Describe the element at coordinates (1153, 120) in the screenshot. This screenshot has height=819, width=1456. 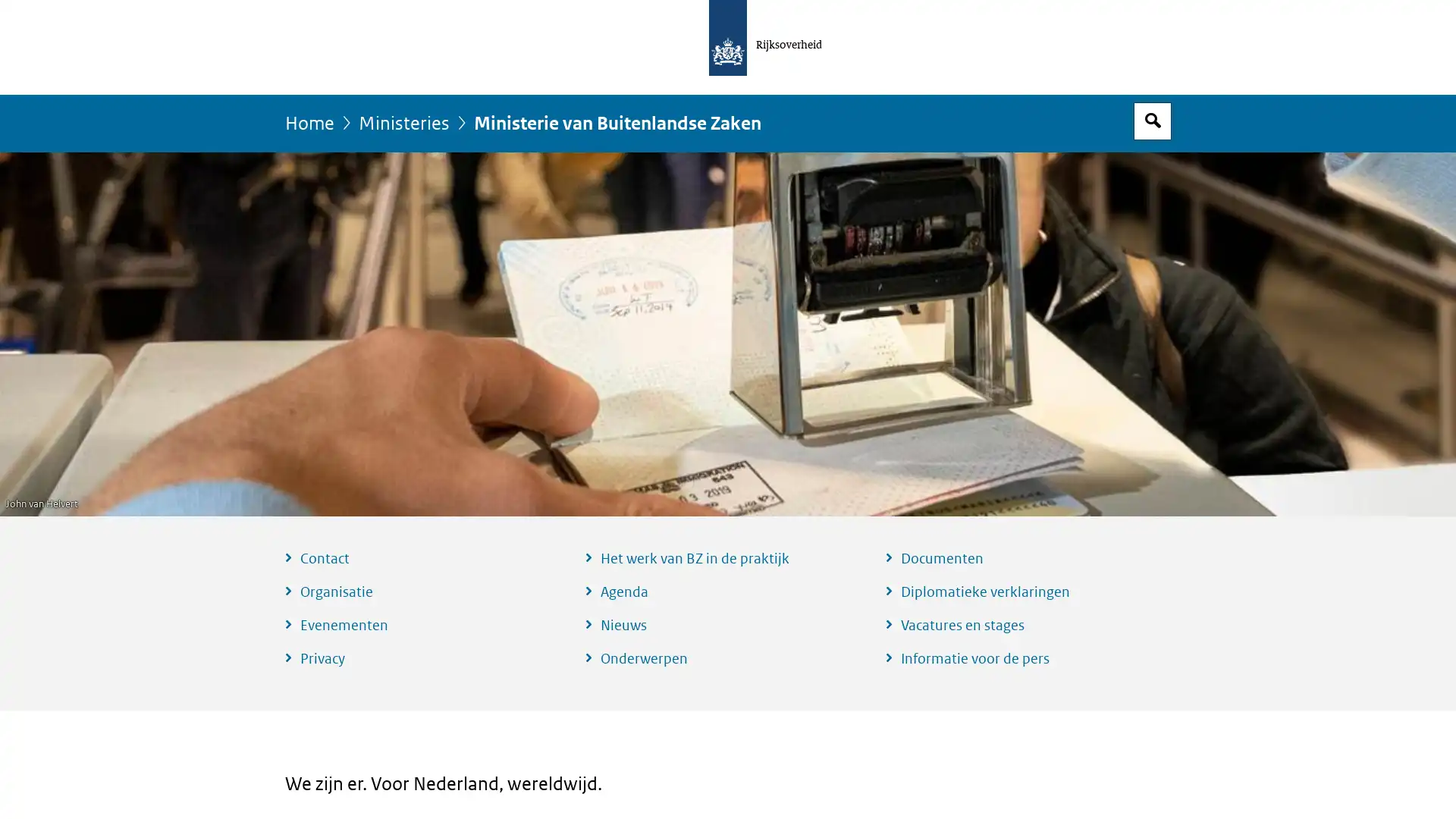
I see `Open zoekveld` at that location.